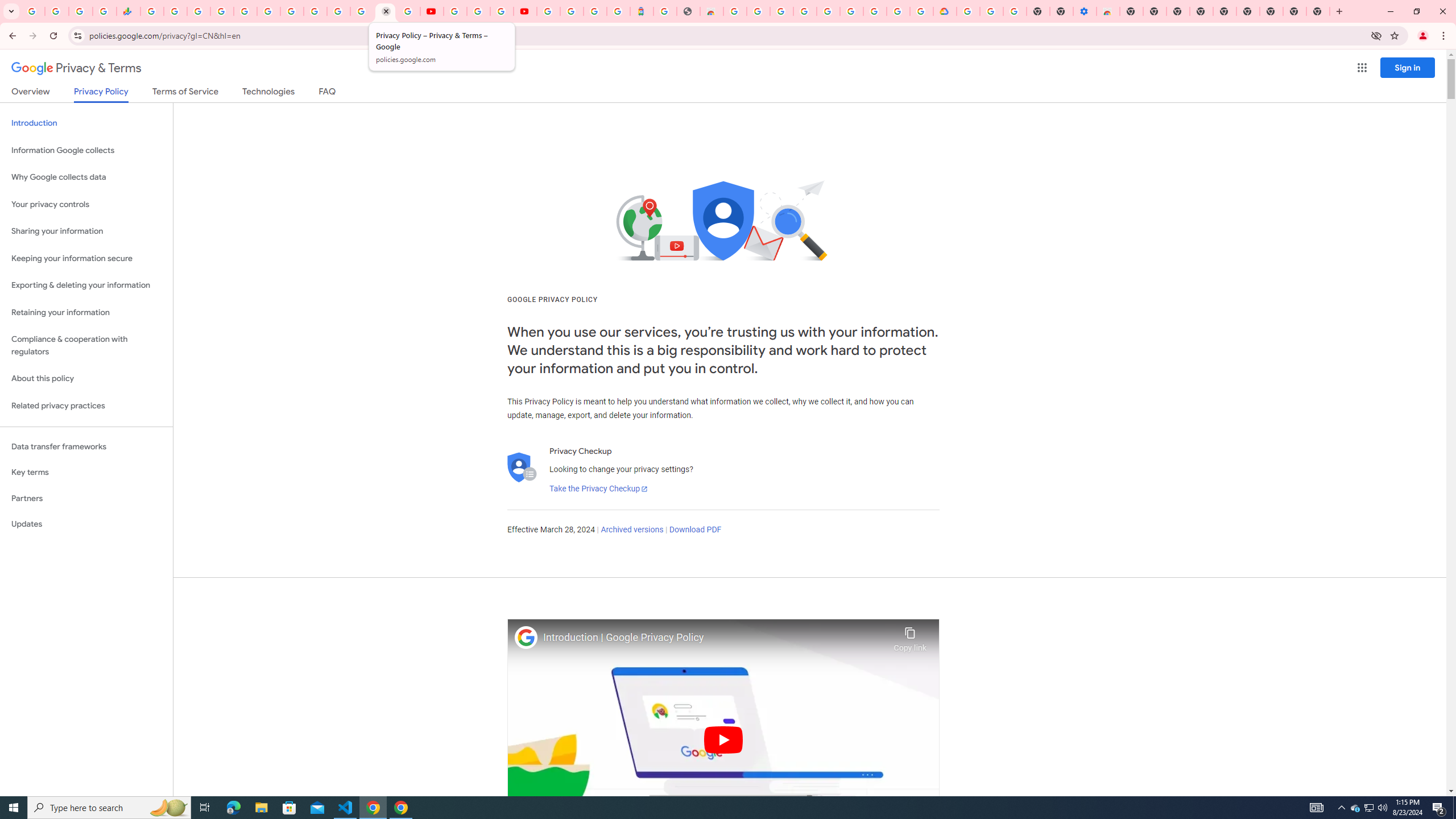 The image size is (1456, 819). I want to click on 'Sharing your information', so click(86, 230).